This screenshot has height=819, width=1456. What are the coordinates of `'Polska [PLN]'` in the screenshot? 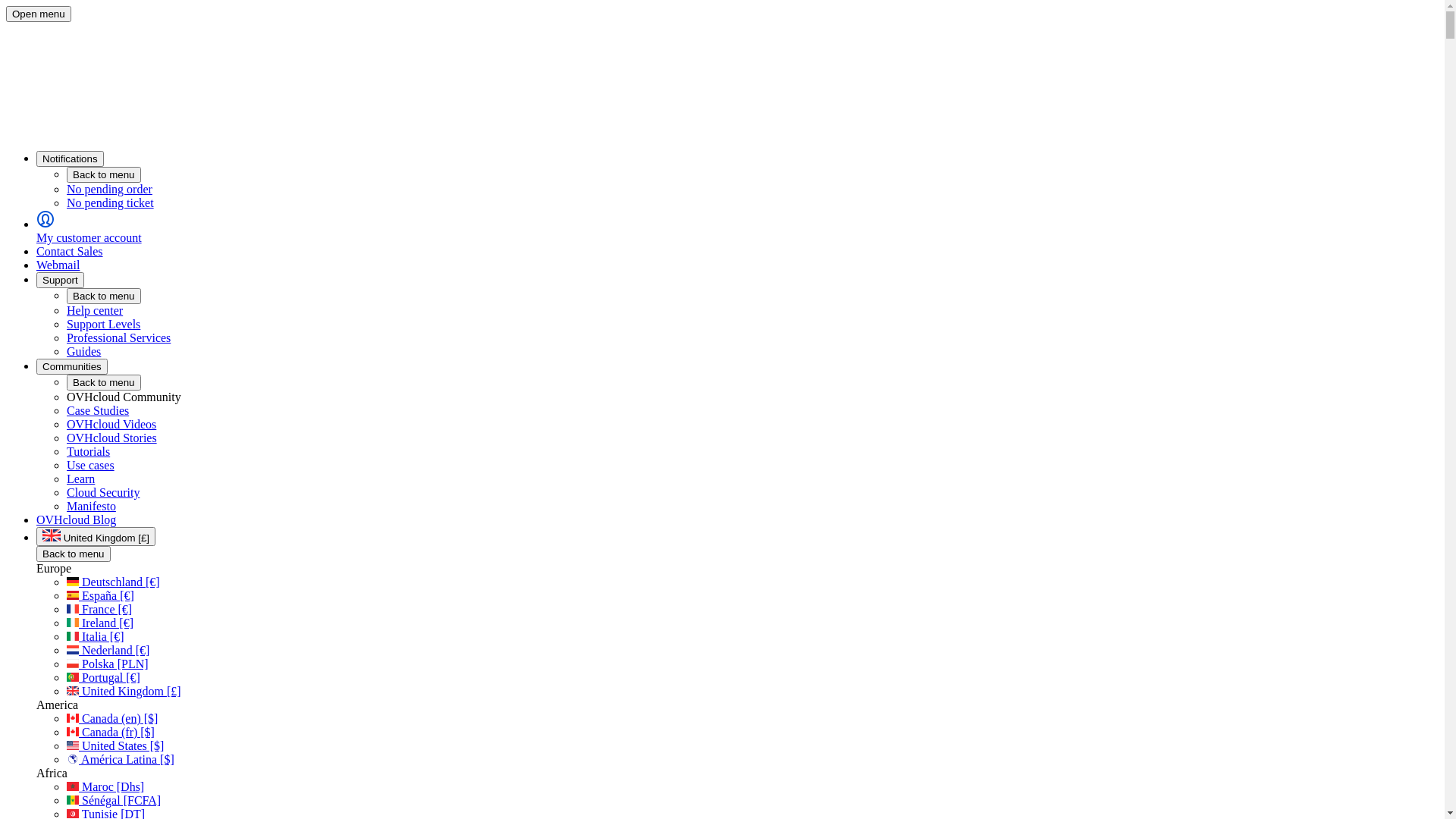 It's located at (65, 663).